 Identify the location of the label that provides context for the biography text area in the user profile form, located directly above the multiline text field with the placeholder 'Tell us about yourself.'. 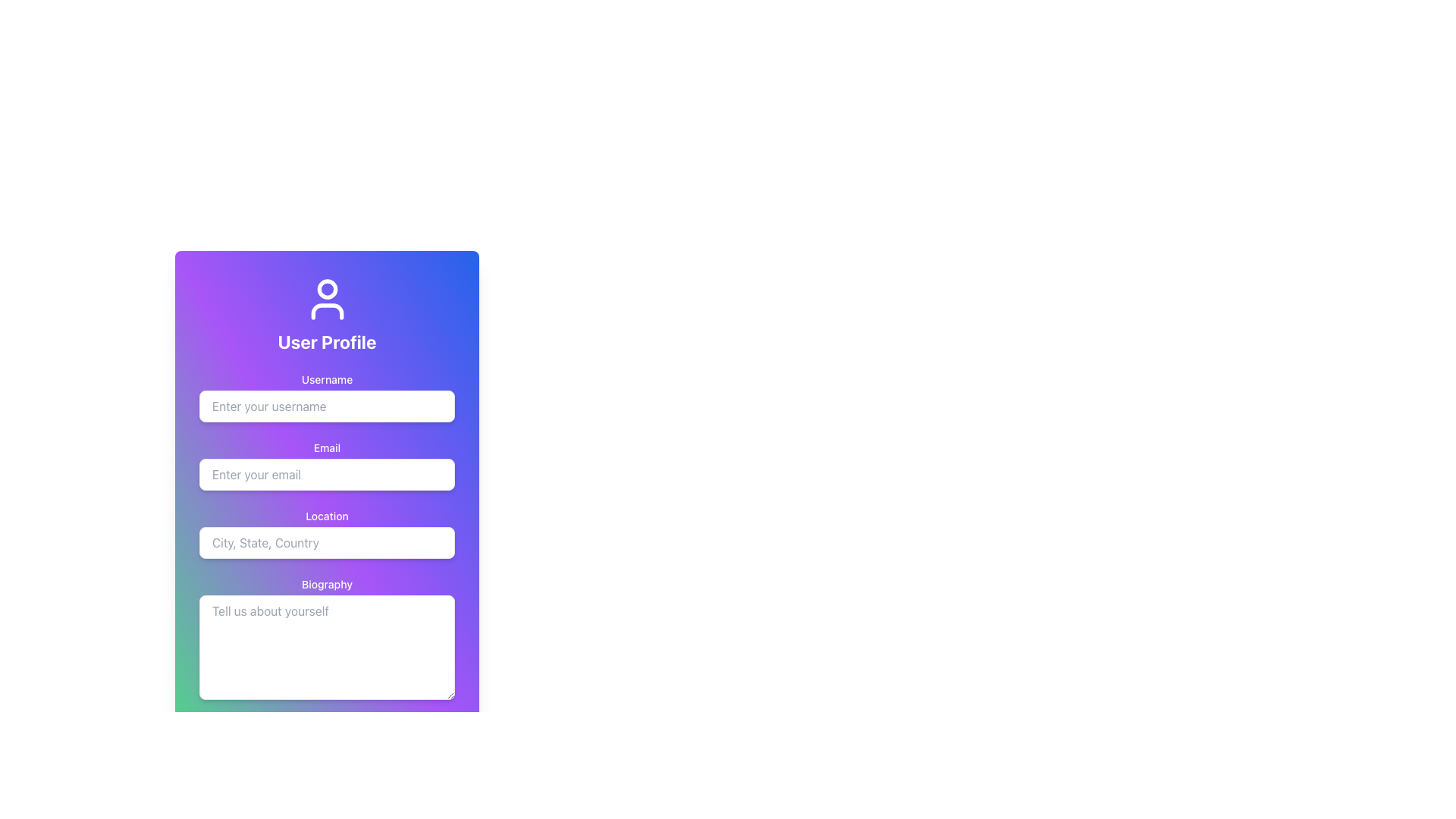
(326, 584).